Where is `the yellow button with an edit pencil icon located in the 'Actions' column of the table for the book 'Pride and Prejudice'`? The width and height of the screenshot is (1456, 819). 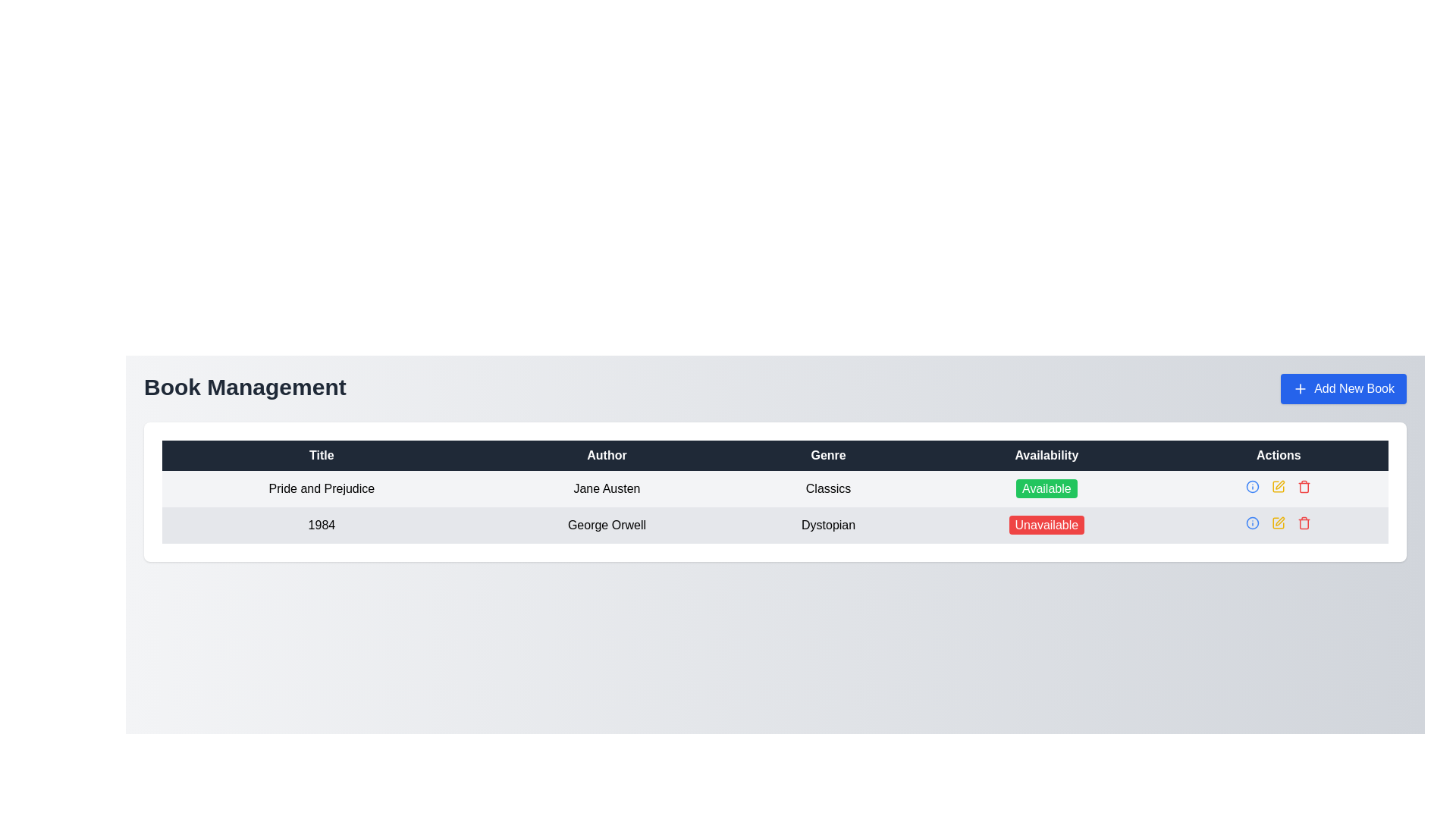
the yellow button with an edit pencil icon located in the 'Actions' column of the table for the book 'Pride and Prejudice' is located at coordinates (1278, 486).